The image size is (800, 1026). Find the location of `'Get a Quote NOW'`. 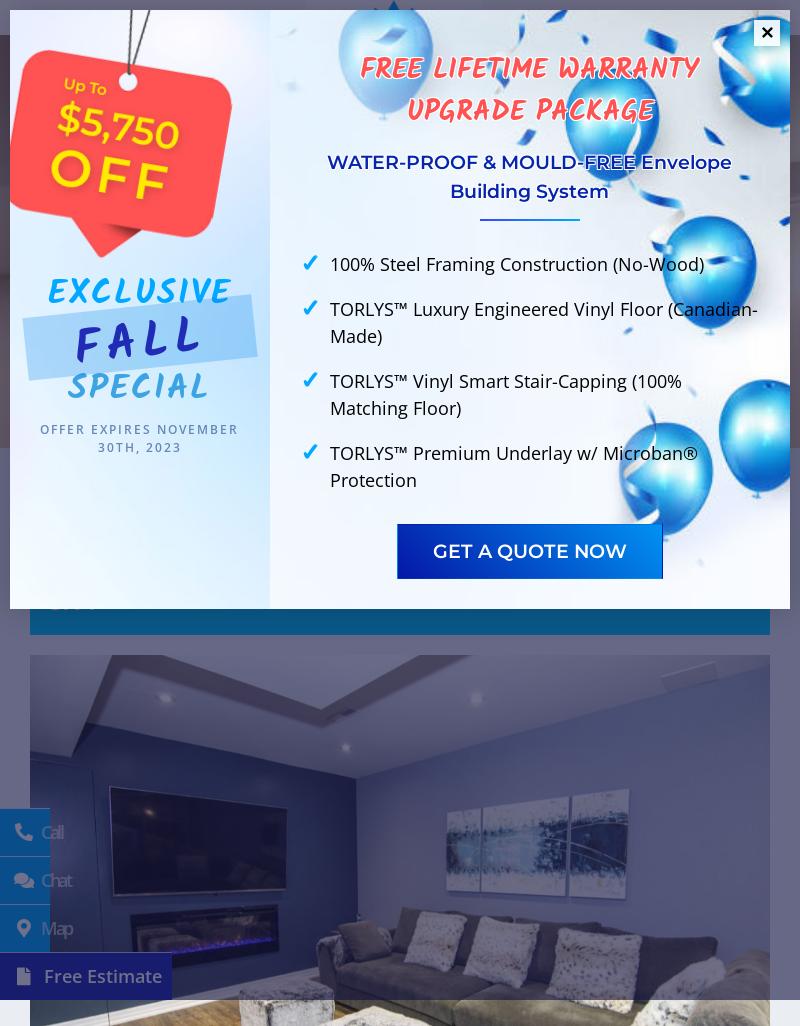

'Get a Quote NOW' is located at coordinates (528, 550).